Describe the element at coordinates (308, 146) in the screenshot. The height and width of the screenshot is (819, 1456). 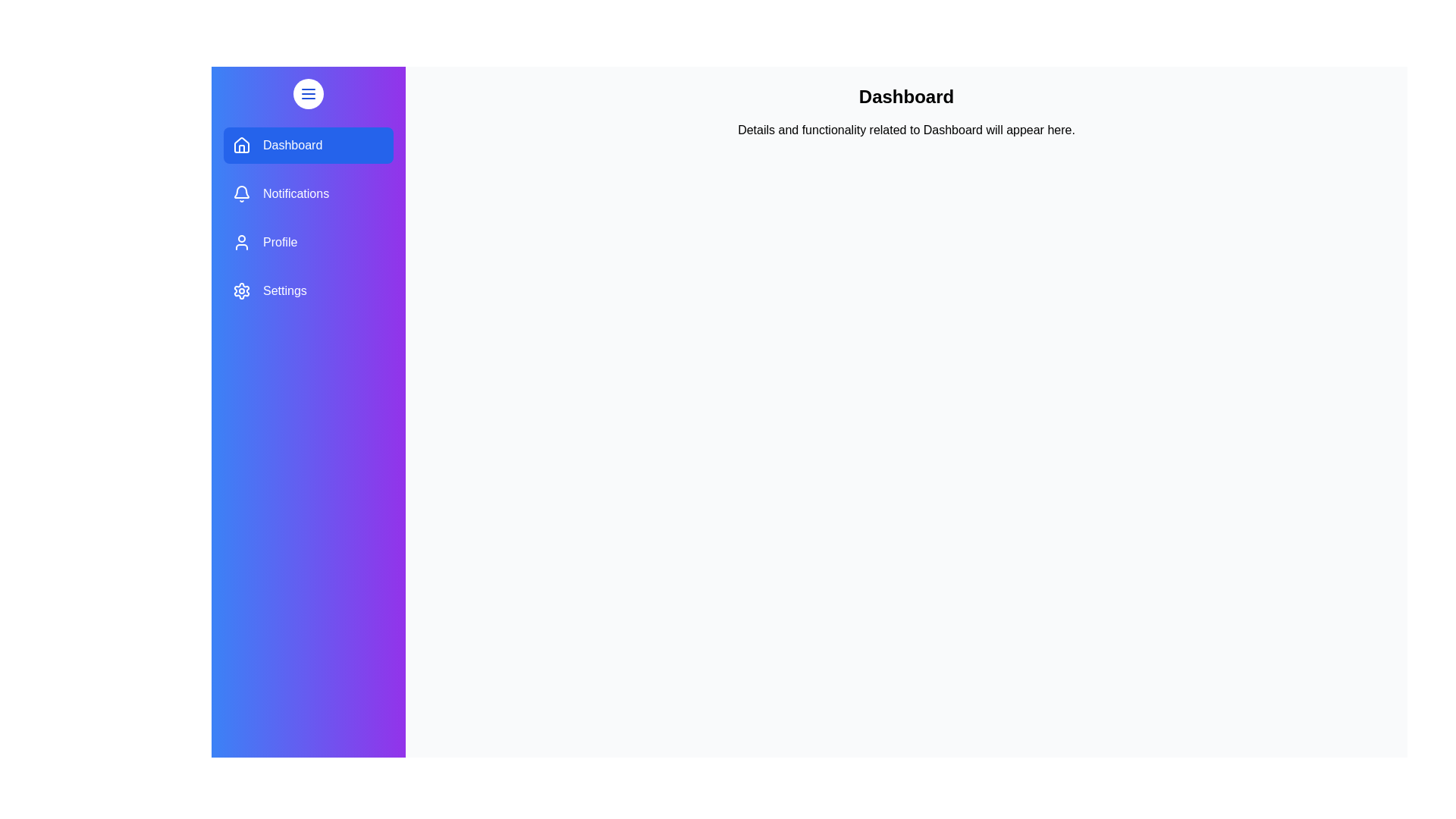
I see `the menu section Dashboard by clicking on its corresponding menu item` at that location.